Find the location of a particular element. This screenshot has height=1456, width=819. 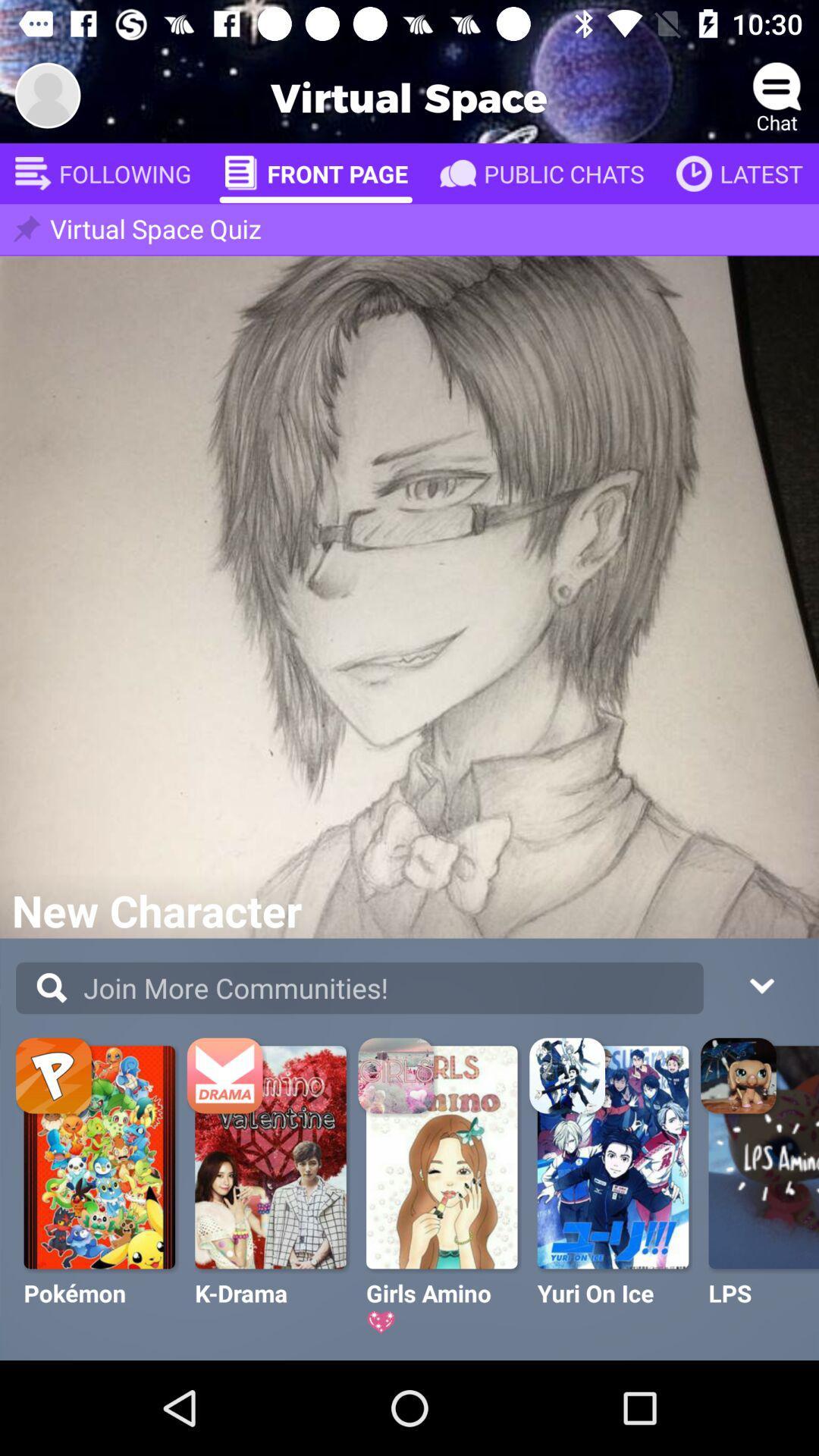

the expand_more icon is located at coordinates (761, 984).